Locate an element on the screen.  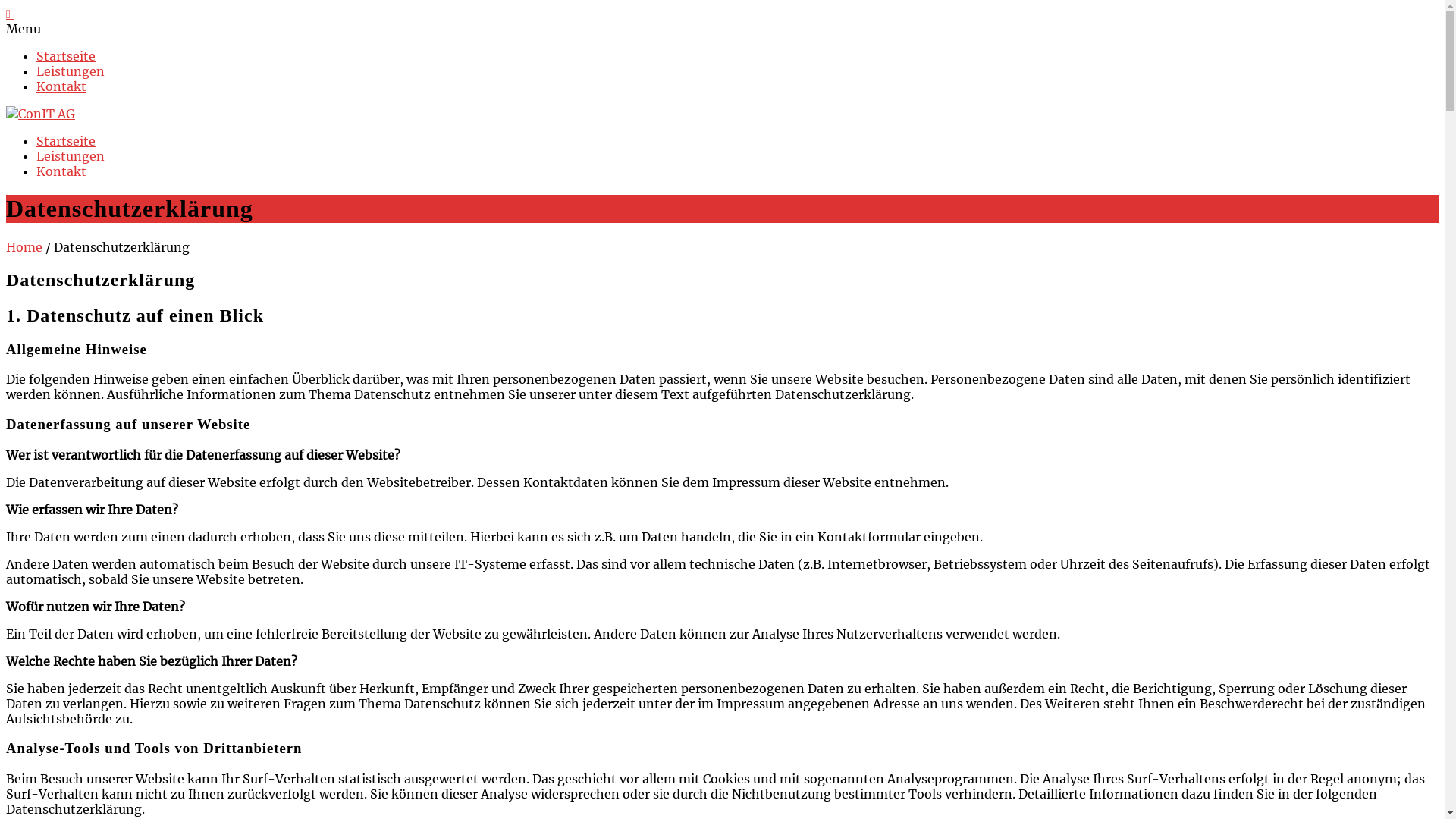
'Kontakt' is located at coordinates (61, 86).